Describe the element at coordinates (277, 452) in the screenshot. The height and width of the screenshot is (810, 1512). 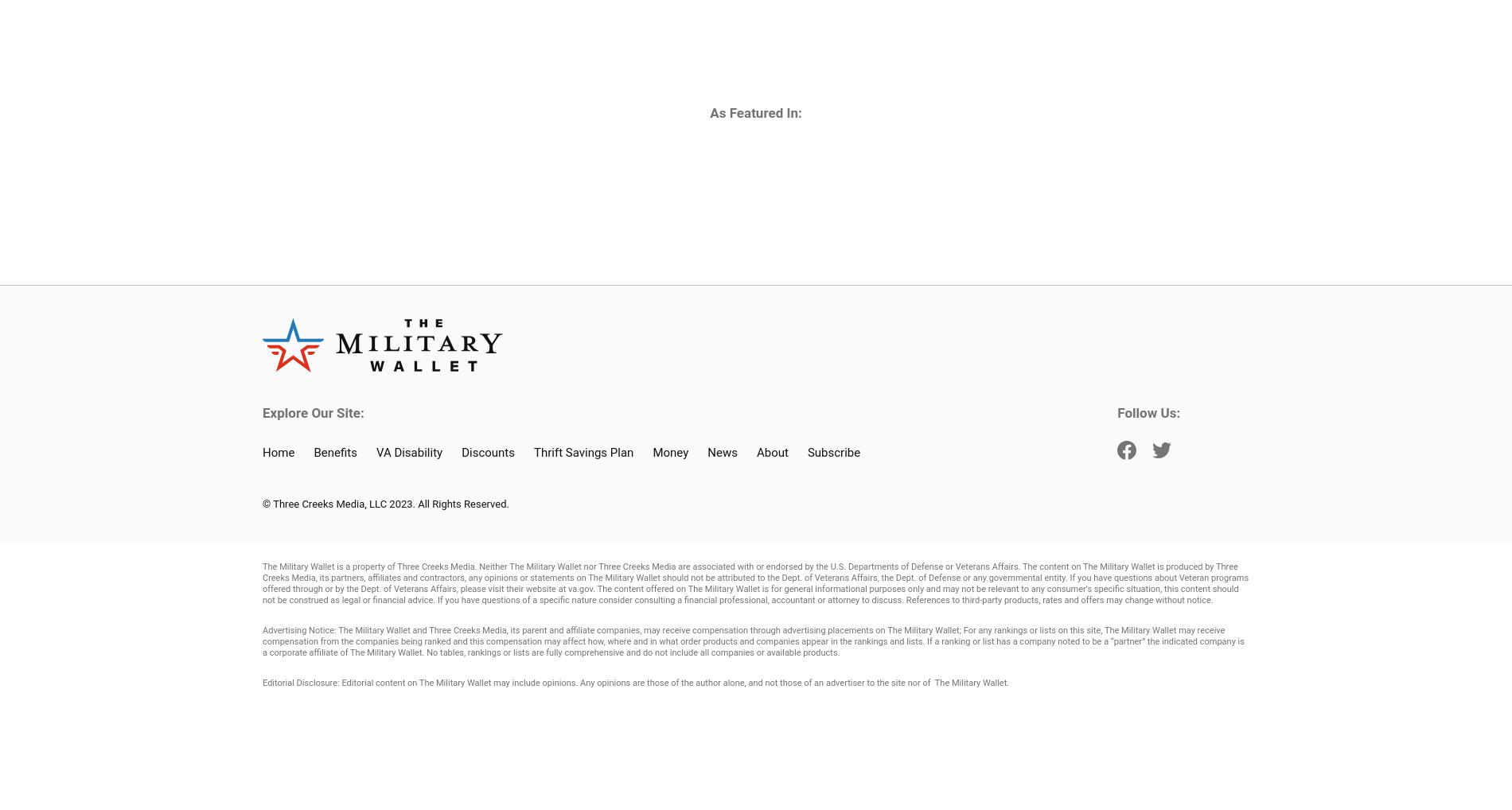
I see `'Home'` at that location.